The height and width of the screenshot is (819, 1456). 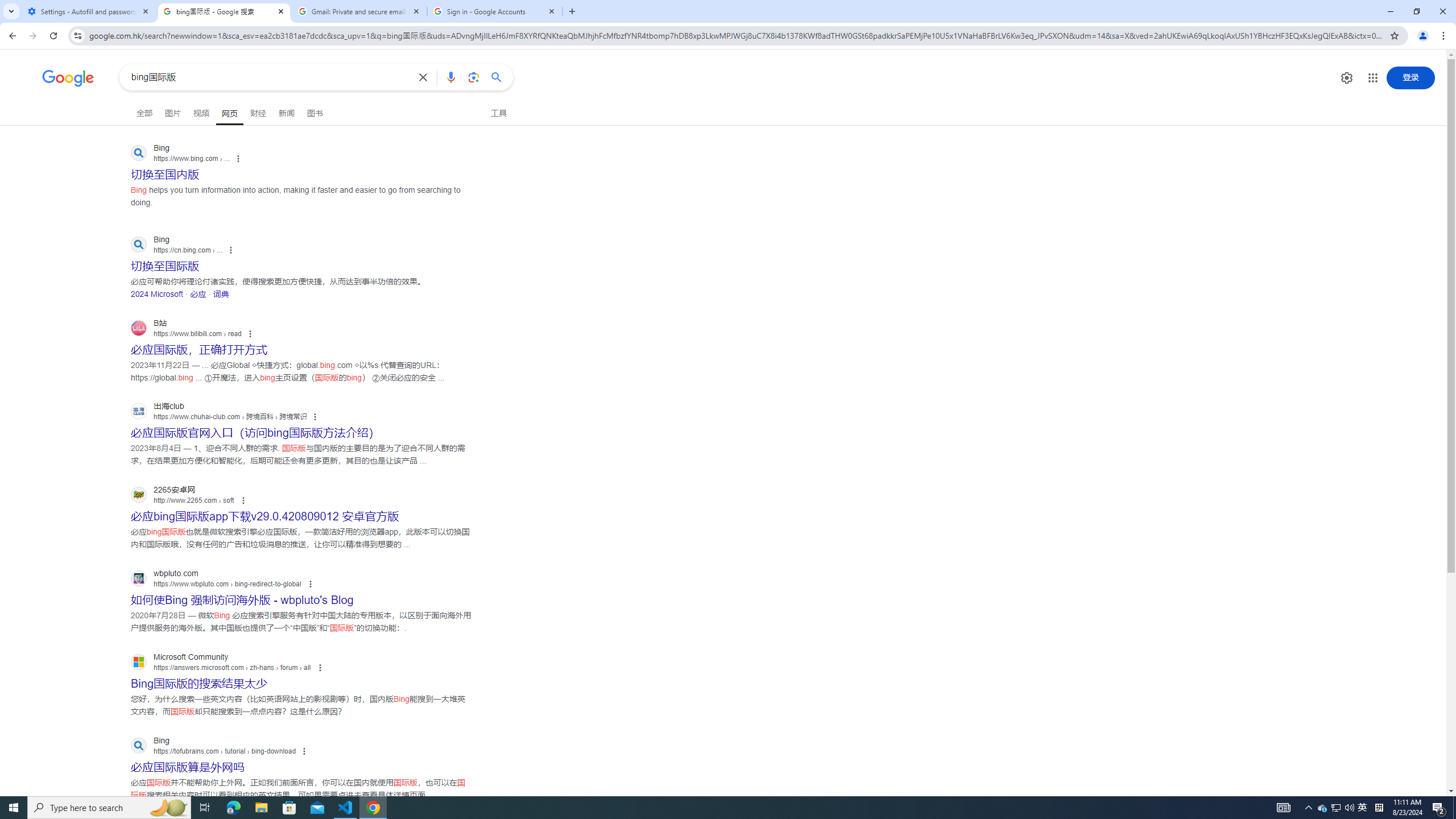 What do you see at coordinates (1423, 35) in the screenshot?
I see `'You'` at bounding box center [1423, 35].